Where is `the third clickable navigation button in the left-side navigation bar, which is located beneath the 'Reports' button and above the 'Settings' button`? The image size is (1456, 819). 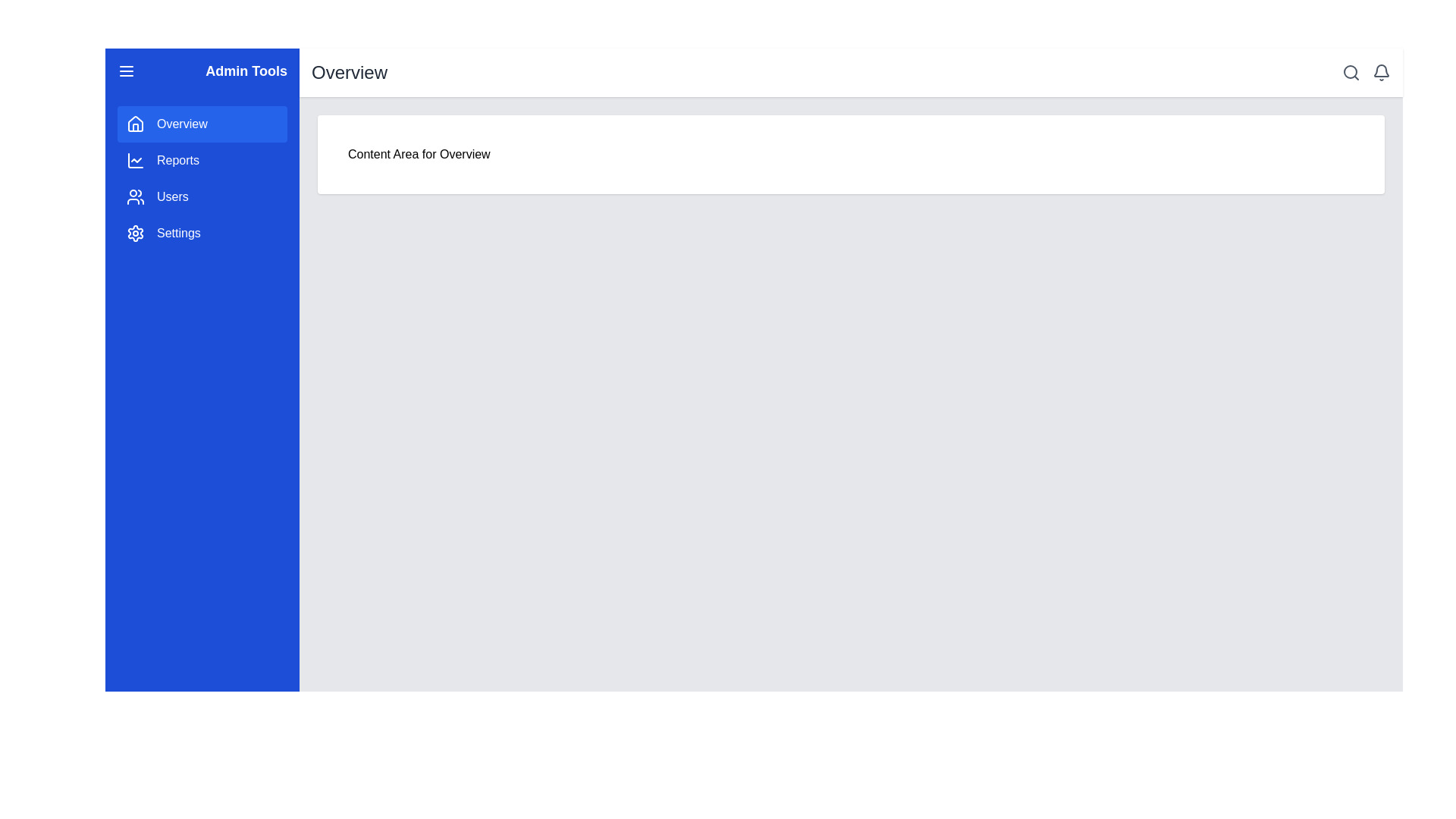
the third clickable navigation button in the left-side navigation bar, which is located beneath the 'Reports' button and above the 'Settings' button is located at coordinates (202, 196).